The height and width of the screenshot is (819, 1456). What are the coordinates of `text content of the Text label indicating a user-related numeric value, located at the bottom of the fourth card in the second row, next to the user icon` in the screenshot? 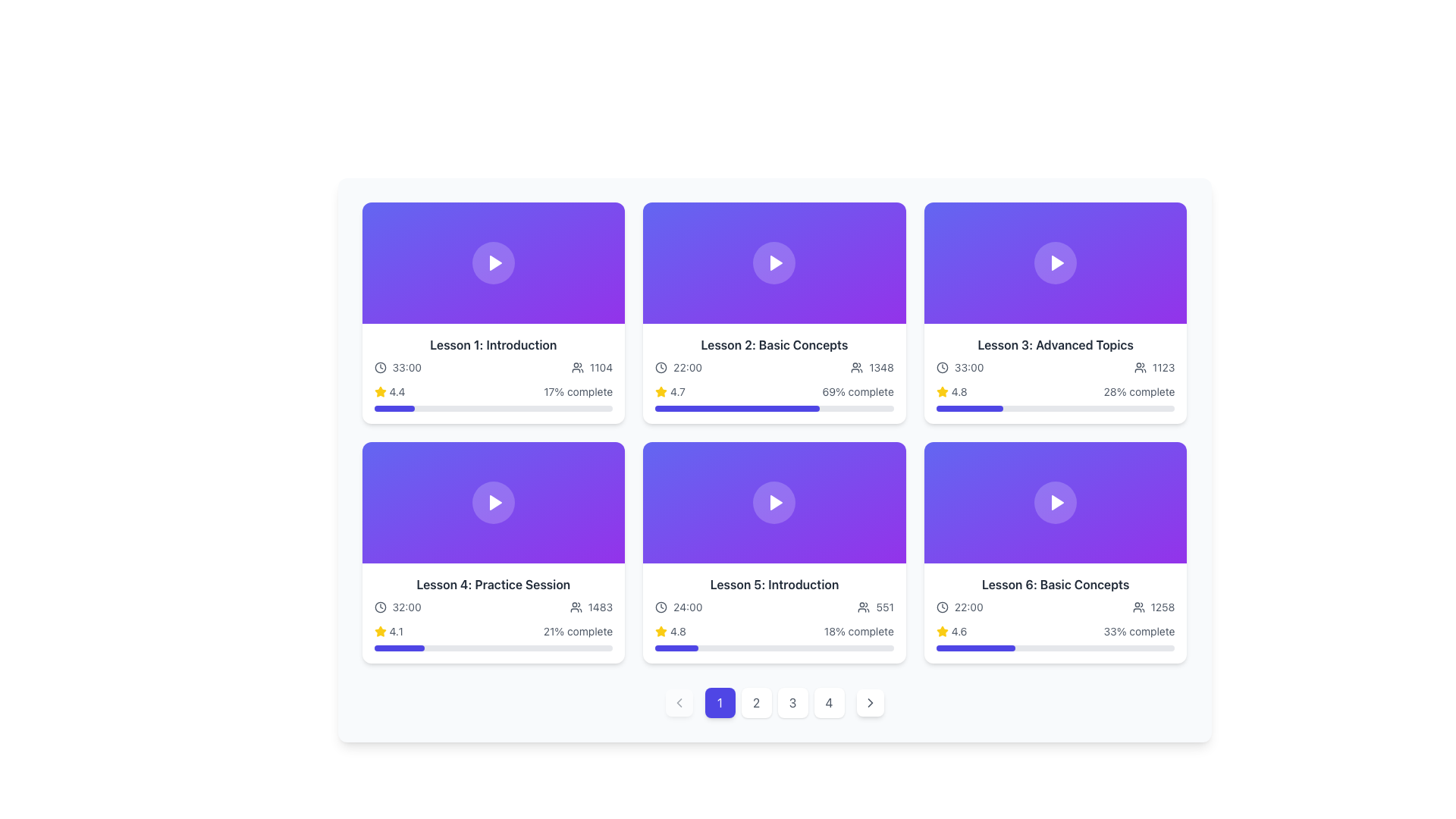 It's located at (599, 607).